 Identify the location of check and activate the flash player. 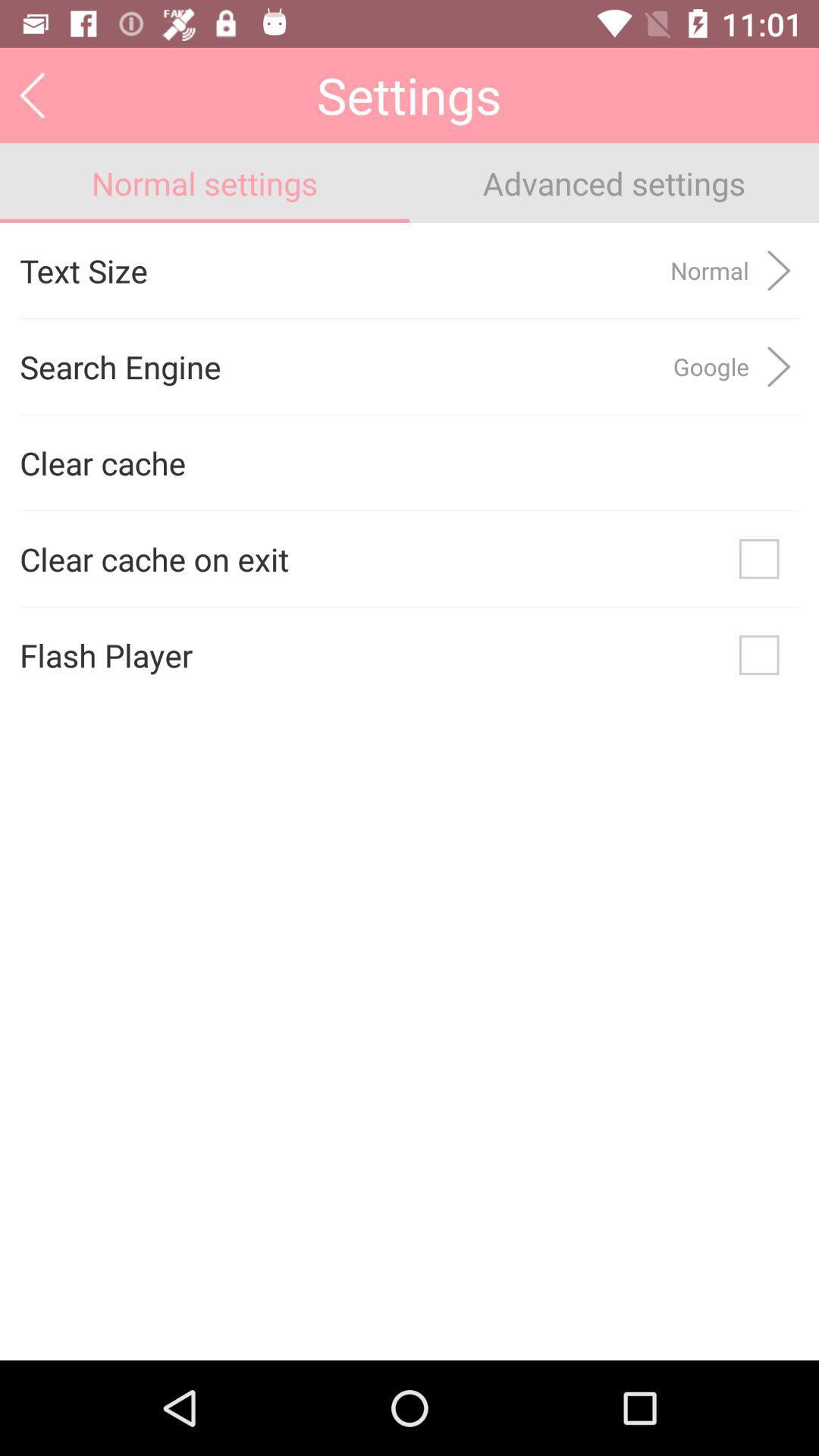
(759, 655).